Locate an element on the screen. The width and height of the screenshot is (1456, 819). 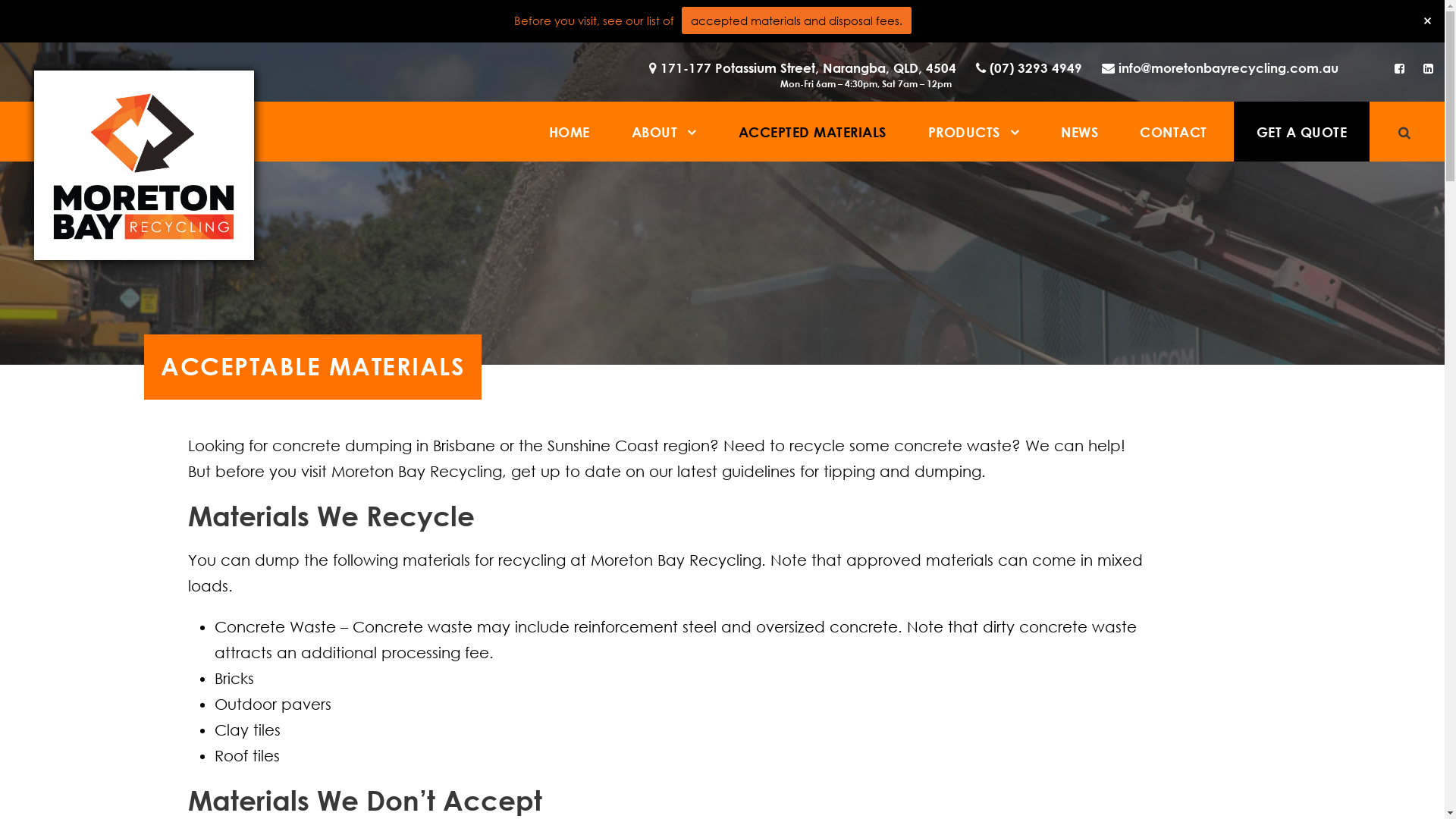
'NEWS' is located at coordinates (1078, 130).